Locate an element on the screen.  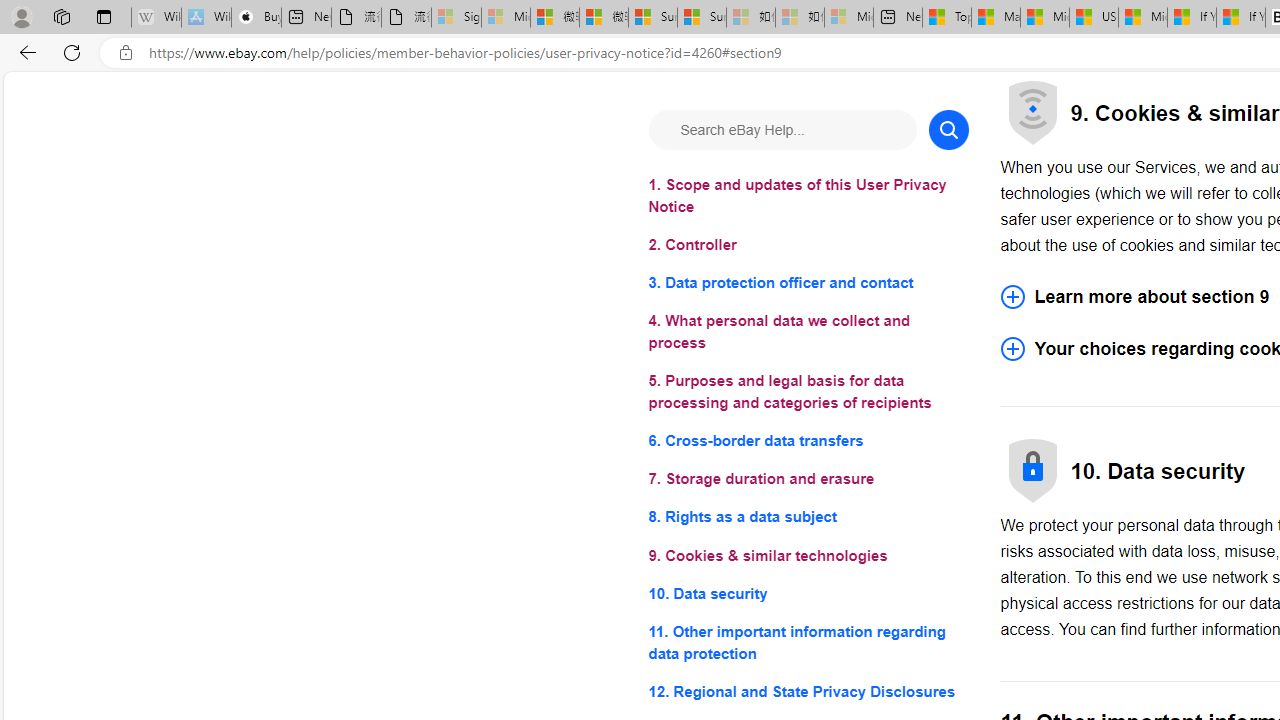
'12. Regional and State Privacy Disclosures' is located at coordinates (808, 690).